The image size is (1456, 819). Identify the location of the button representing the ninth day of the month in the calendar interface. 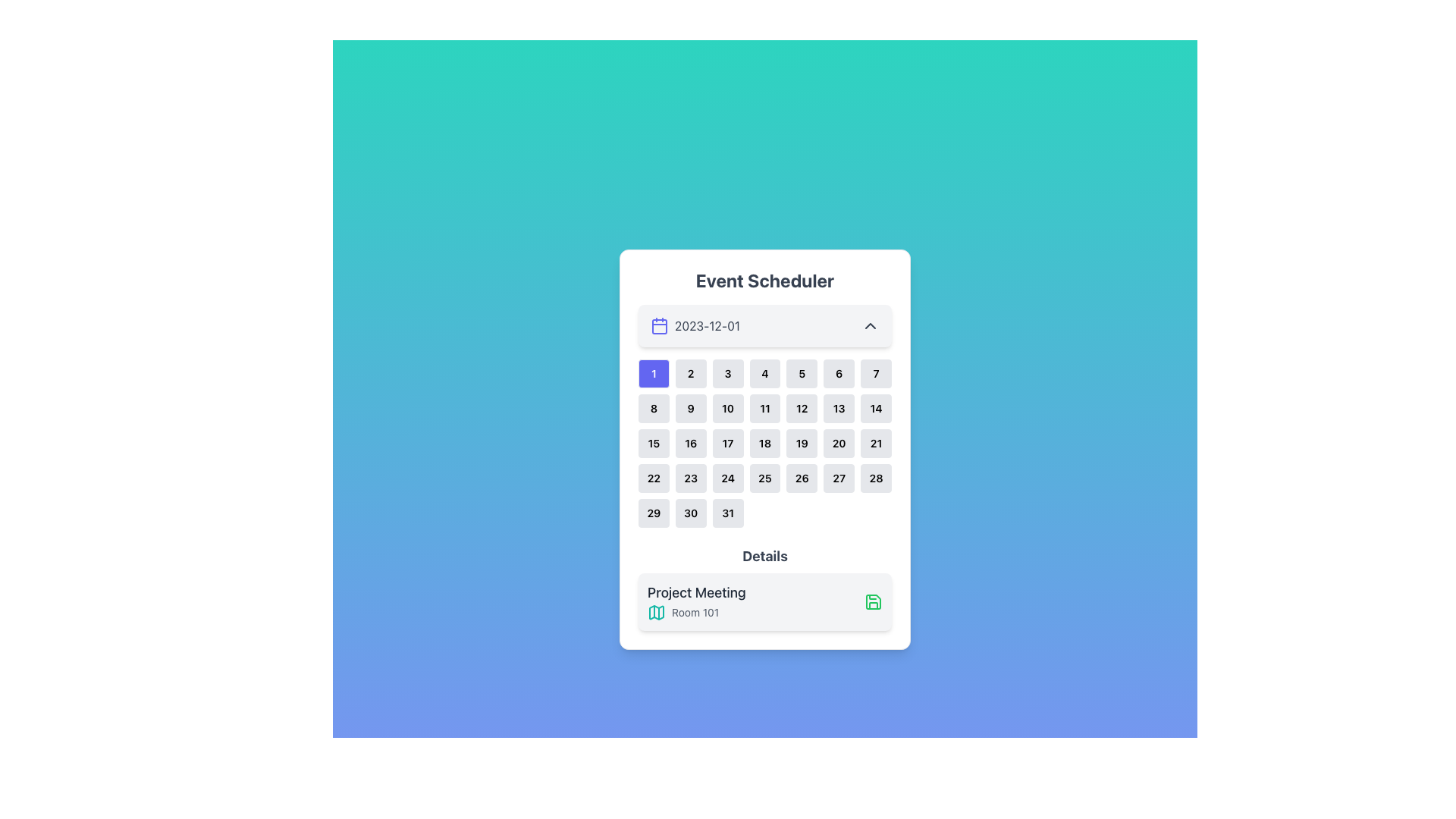
(690, 408).